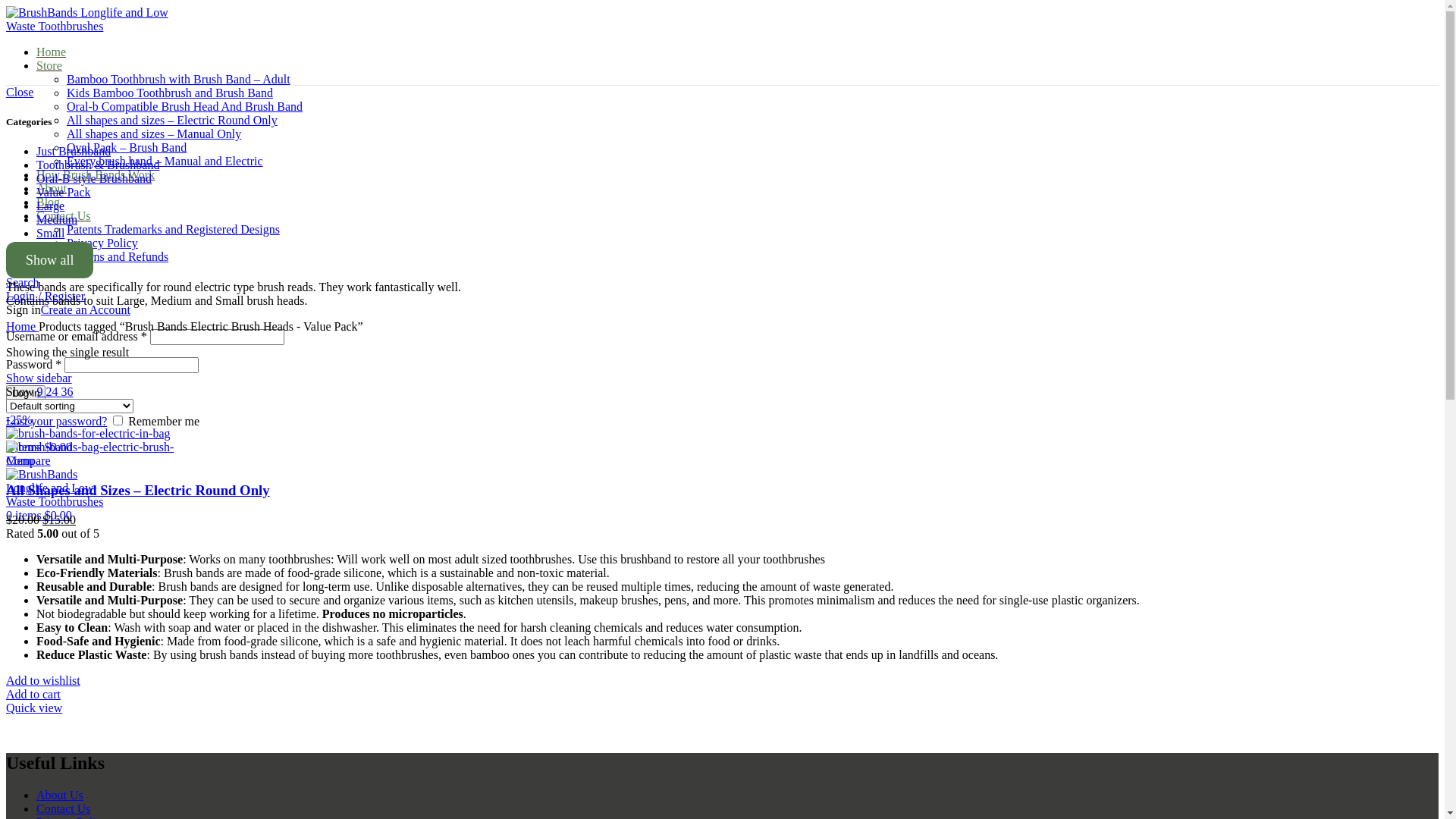 The height and width of the screenshot is (819, 1456). Describe the element at coordinates (51, 51) in the screenshot. I see `'Home'` at that location.